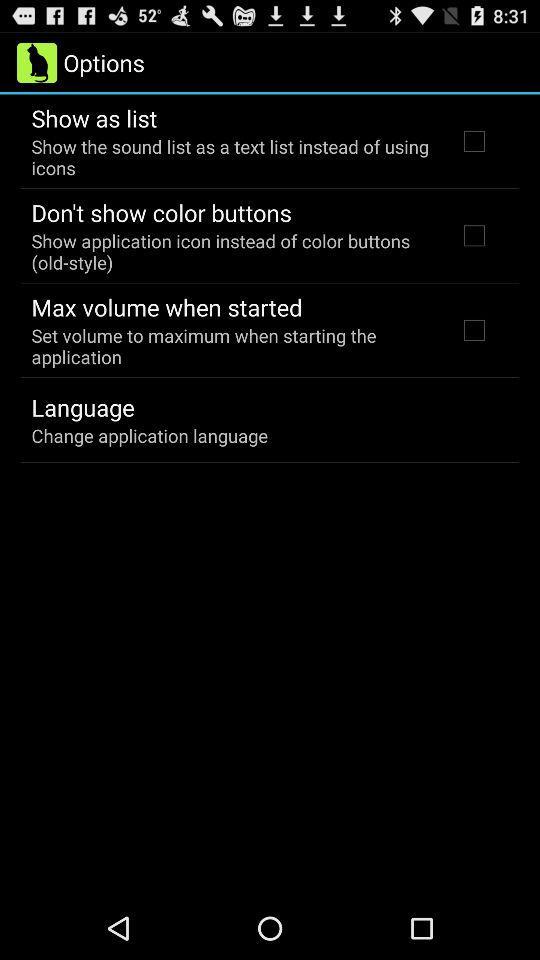 This screenshot has width=540, height=960. Describe the element at coordinates (230, 346) in the screenshot. I see `the icon below max volume when app` at that location.